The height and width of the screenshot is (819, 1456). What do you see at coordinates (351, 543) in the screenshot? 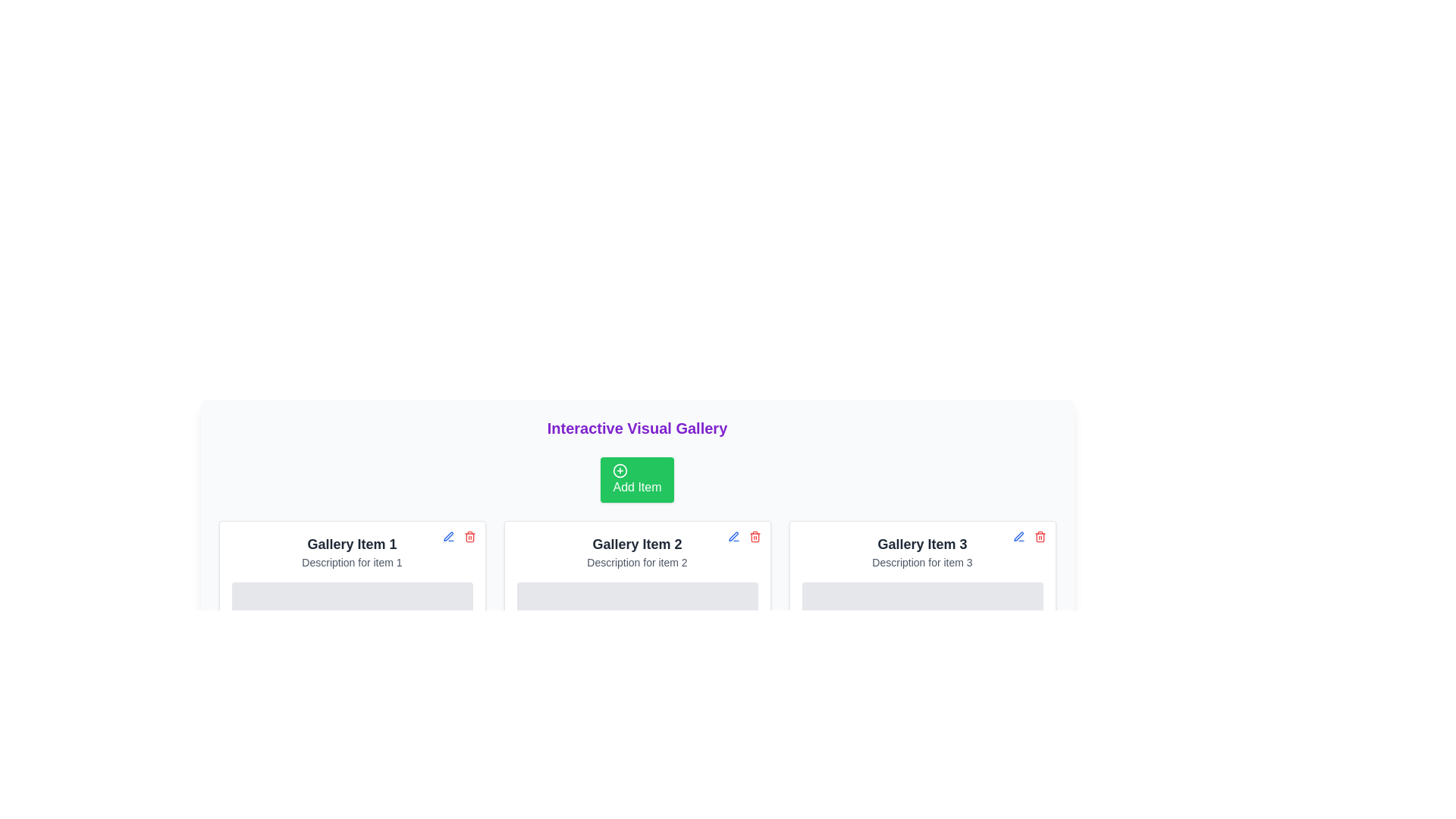
I see `text label 'Gallery Item 1' displayed in bold at the top of the card` at bounding box center [351, 543].